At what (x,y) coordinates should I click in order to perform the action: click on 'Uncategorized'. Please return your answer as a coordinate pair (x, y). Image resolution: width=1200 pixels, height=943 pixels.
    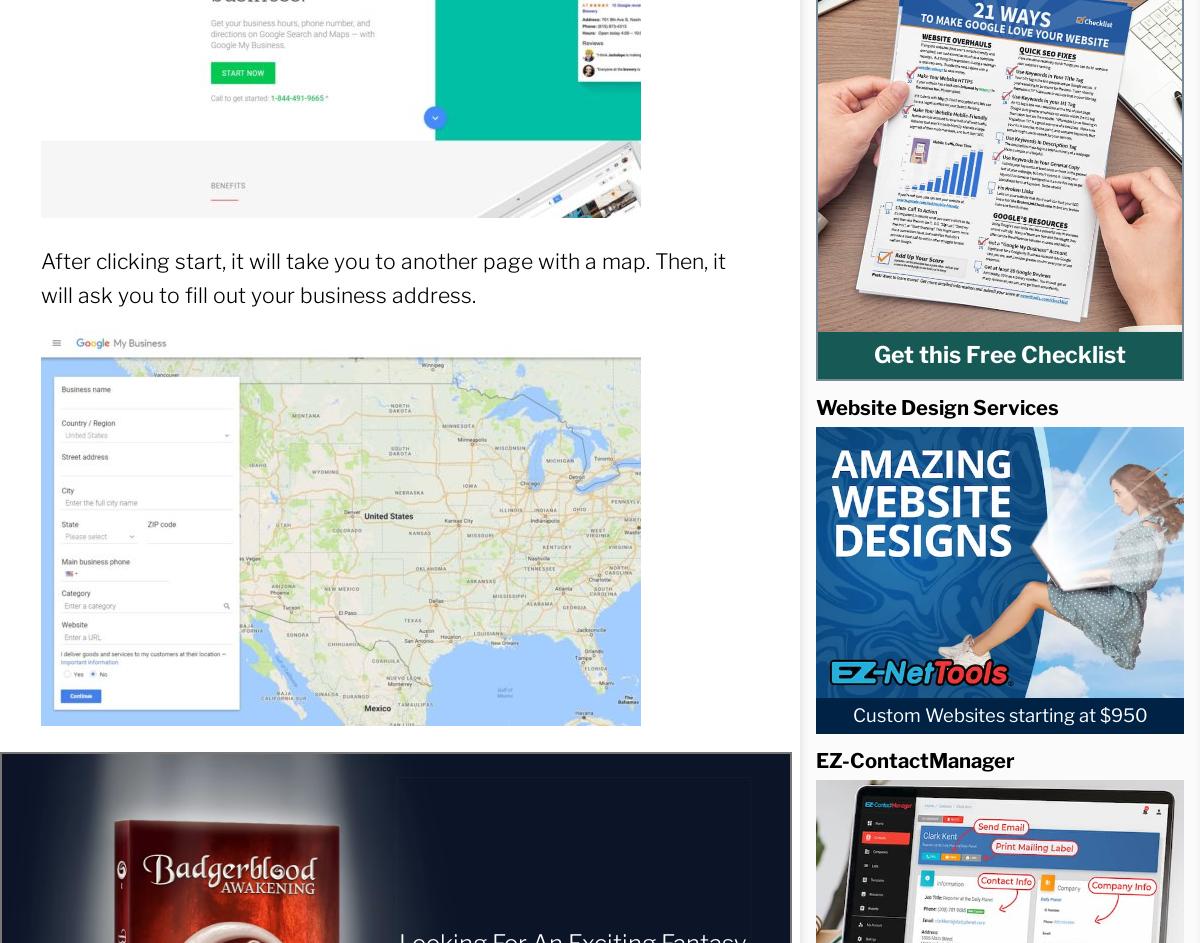
    Looking at the image, I should click on (218, 240).